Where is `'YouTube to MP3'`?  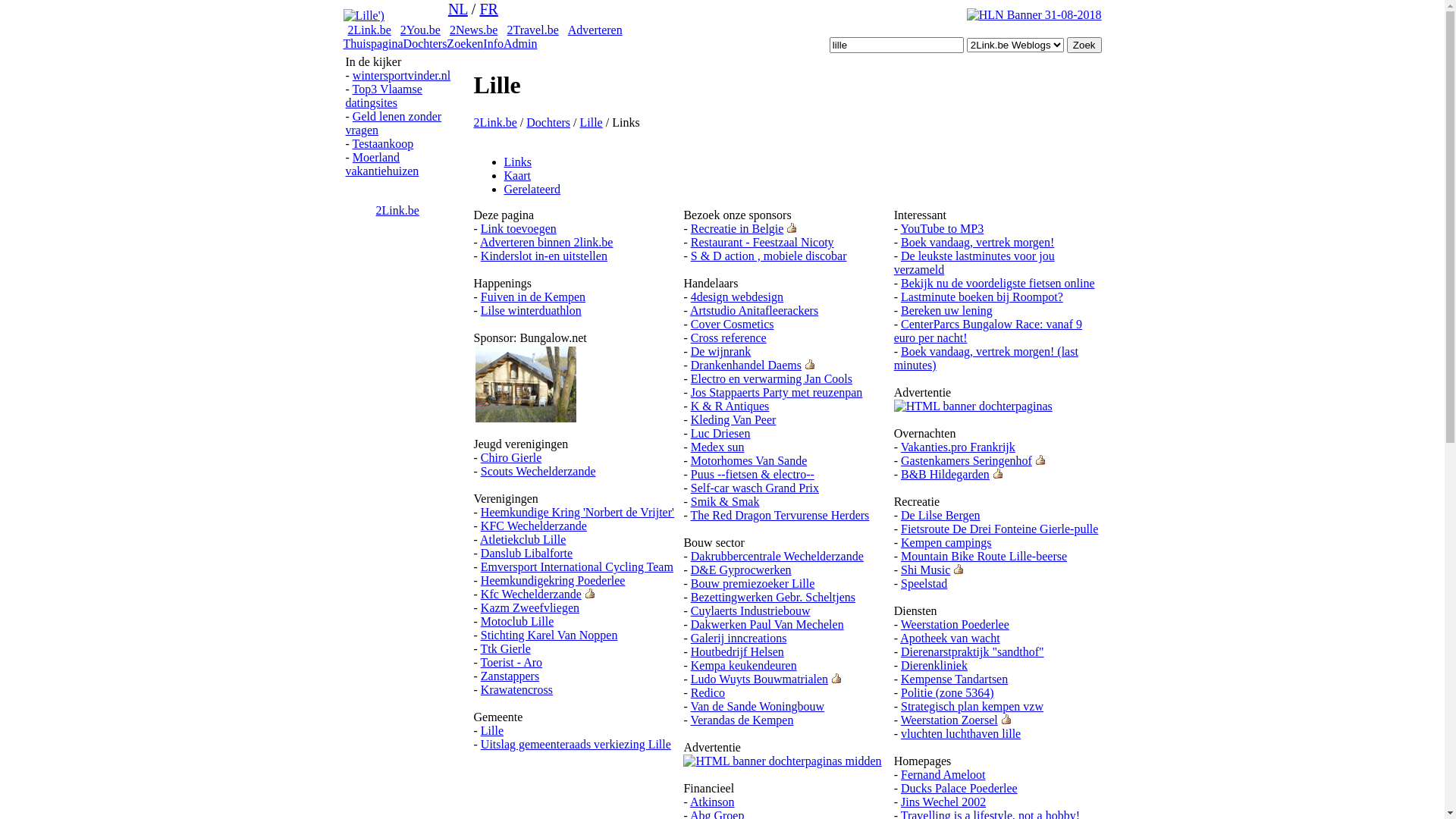 'YouTube to MP3' is located at coordinates (941, 228).